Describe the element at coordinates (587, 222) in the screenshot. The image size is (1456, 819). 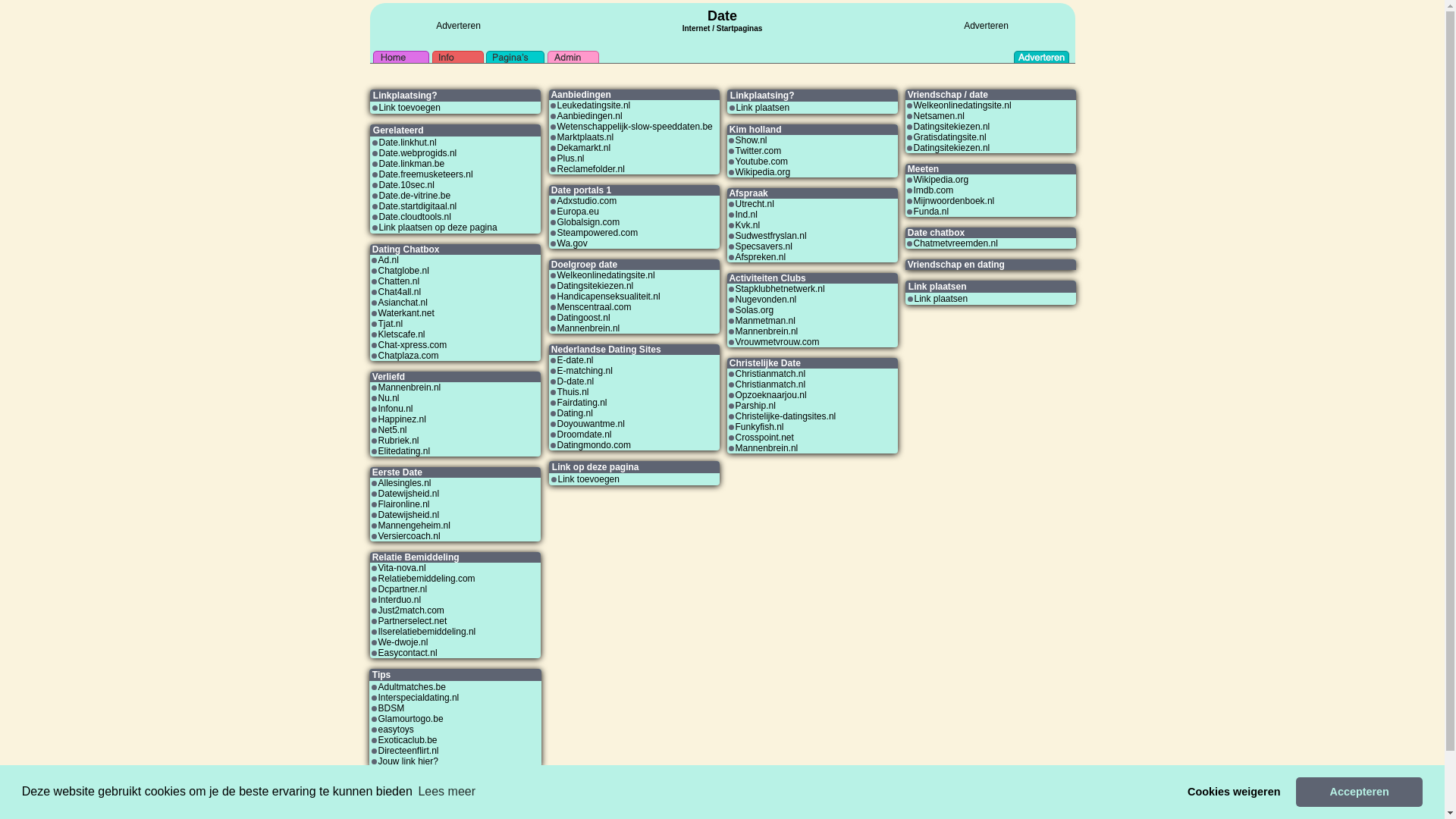
I see `'Globalsign.com'` at that location.